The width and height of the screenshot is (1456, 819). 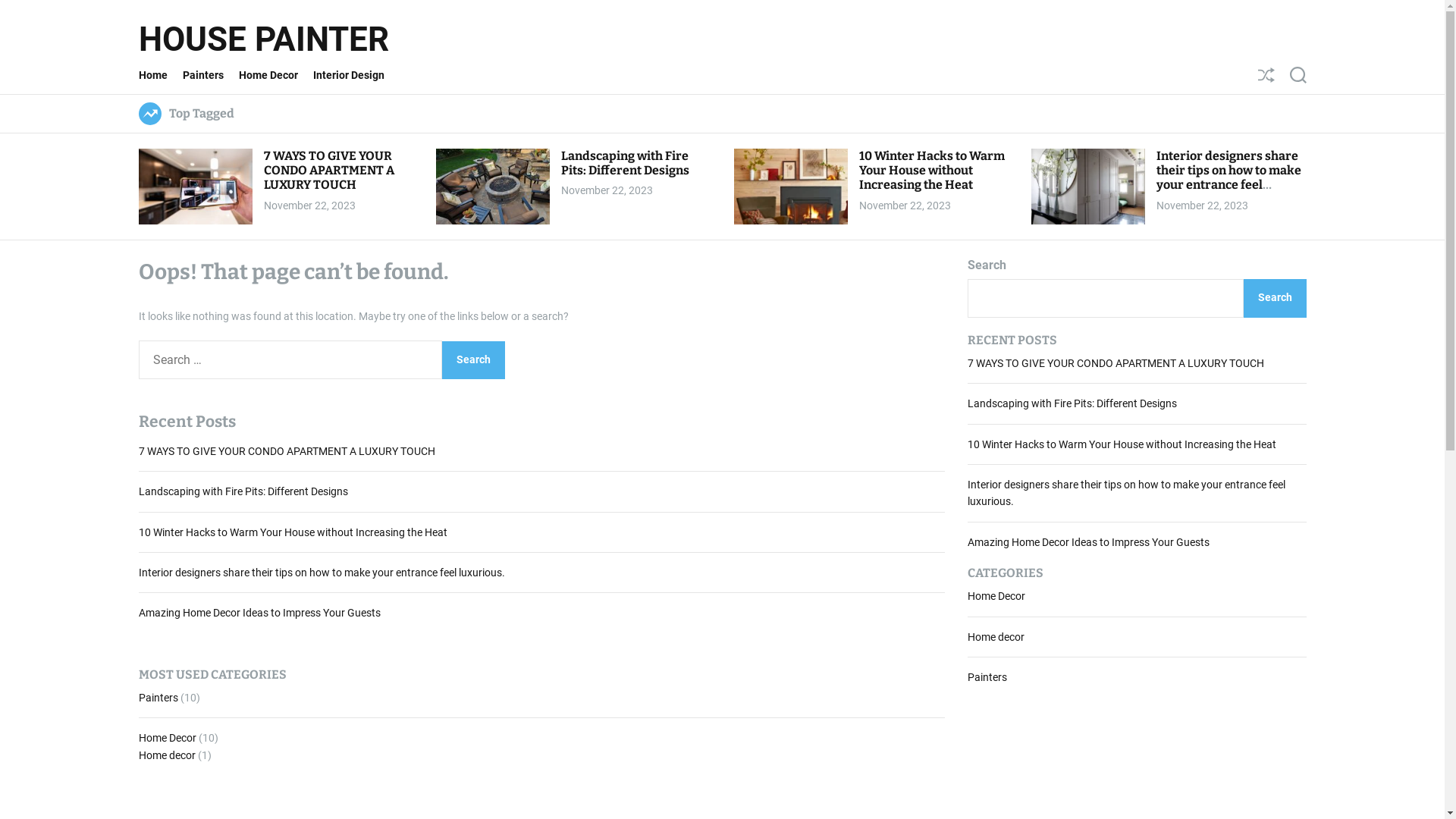 What do you see at coordinates (312, 75) in the screenshot?
I see `'Interior Design'` at bounding box center [312, 75].